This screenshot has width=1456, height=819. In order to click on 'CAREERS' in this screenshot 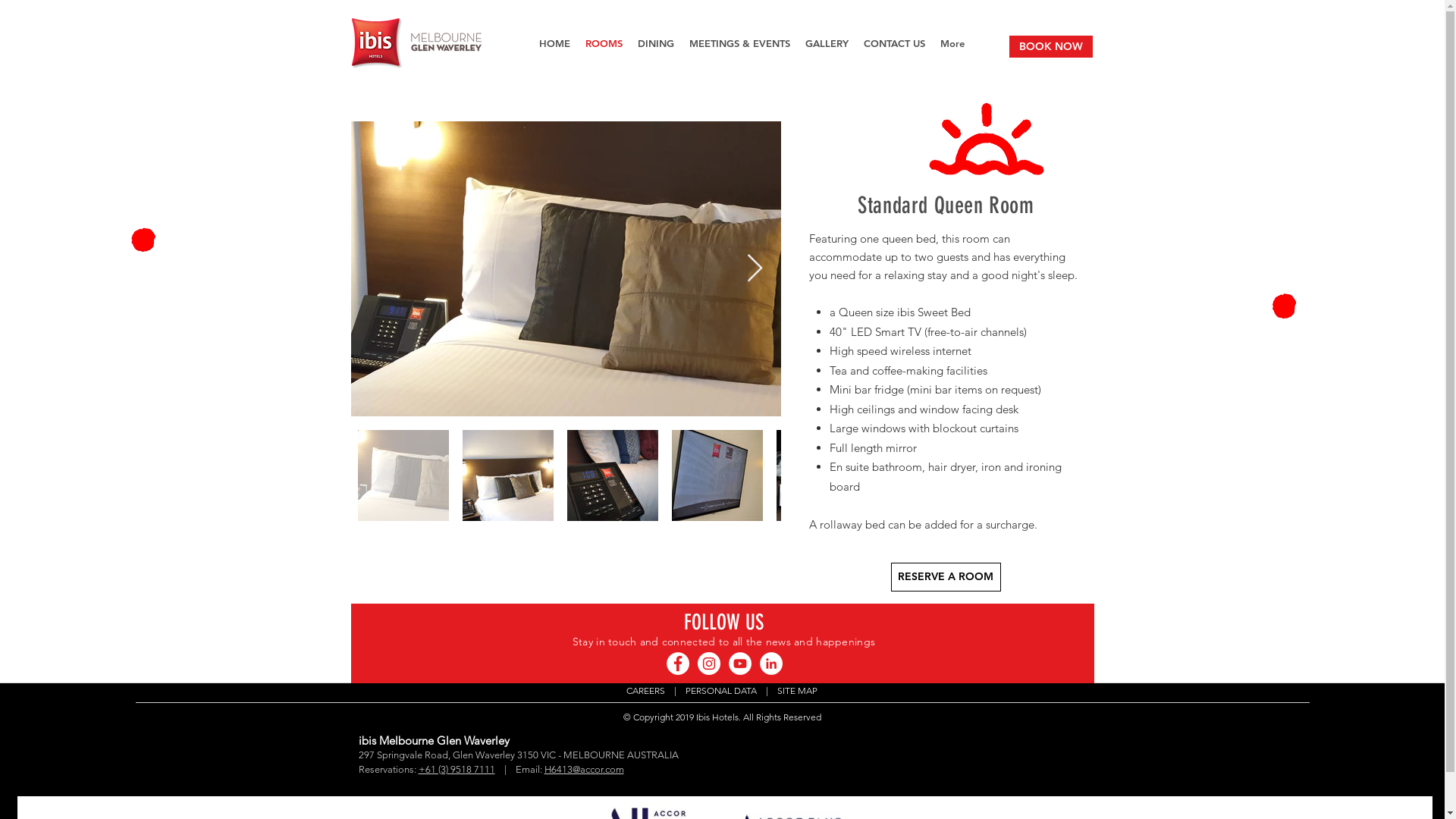, I will do `click(645, 690)`.